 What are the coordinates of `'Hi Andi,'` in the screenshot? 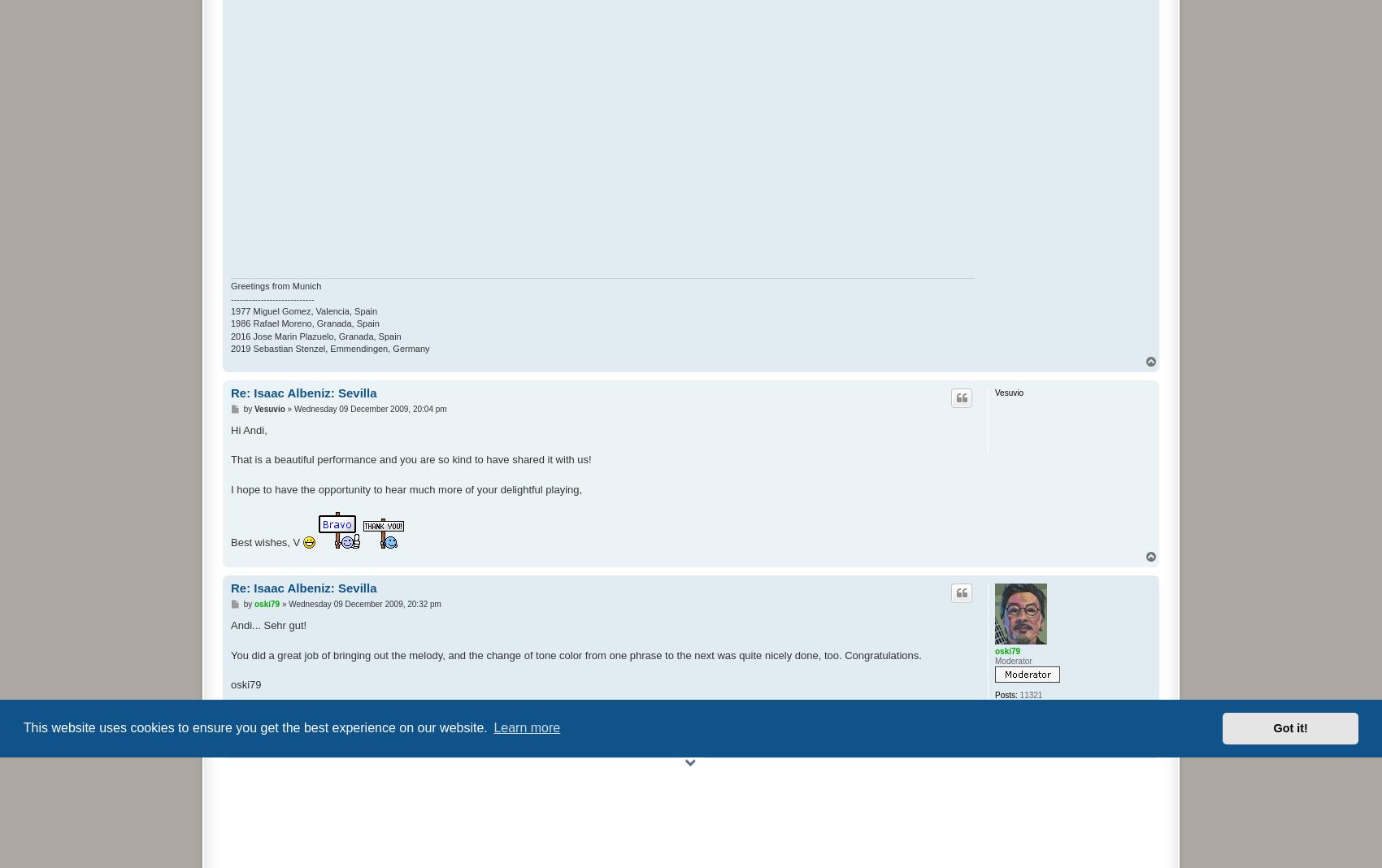 It's located at (249, 429).